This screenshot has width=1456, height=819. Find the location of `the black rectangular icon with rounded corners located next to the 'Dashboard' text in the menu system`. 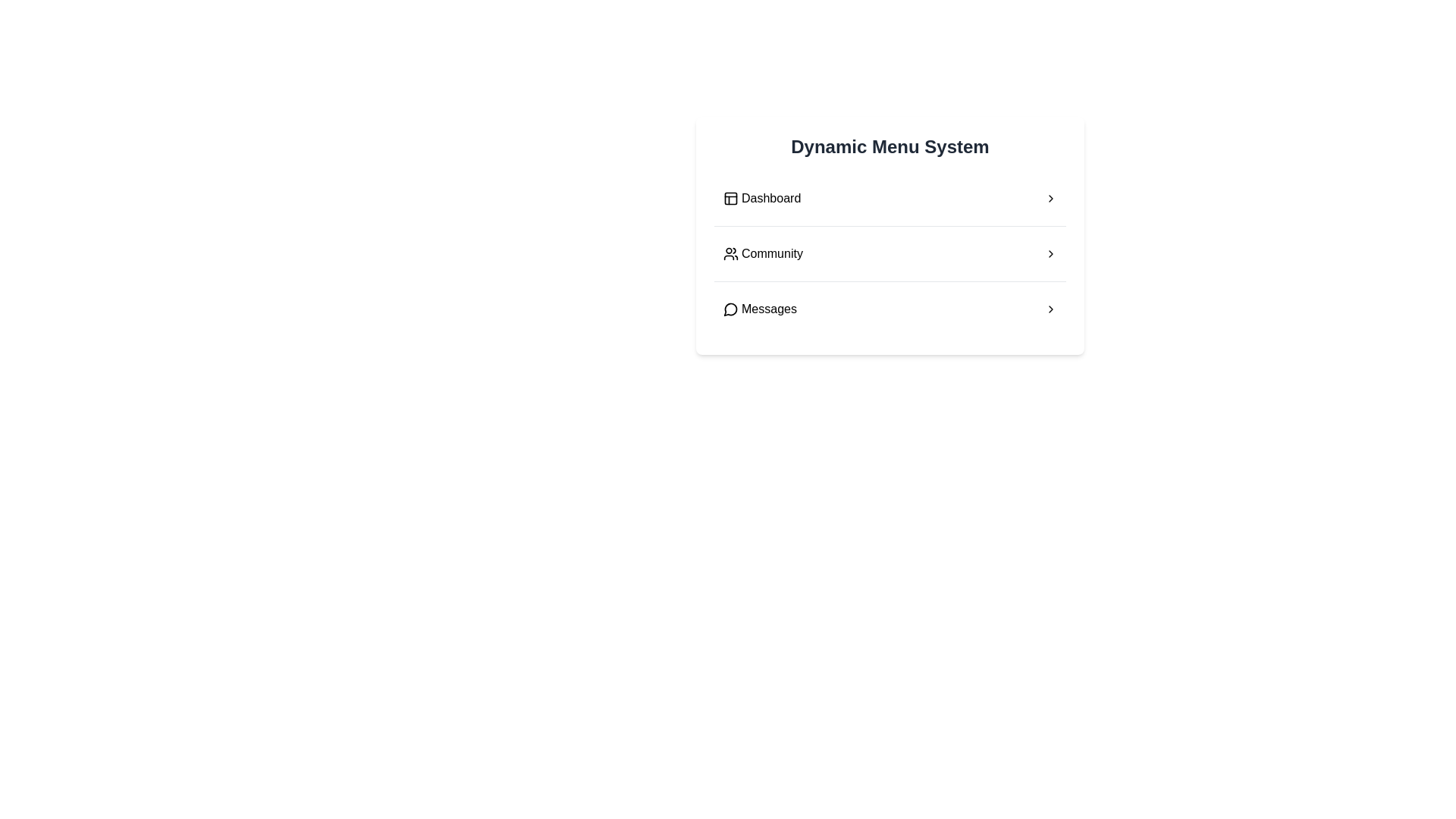

the black rectangular icon with rounded corners located next to the 'Dashboard' text in the menu system is located at coordinates (731, 198).